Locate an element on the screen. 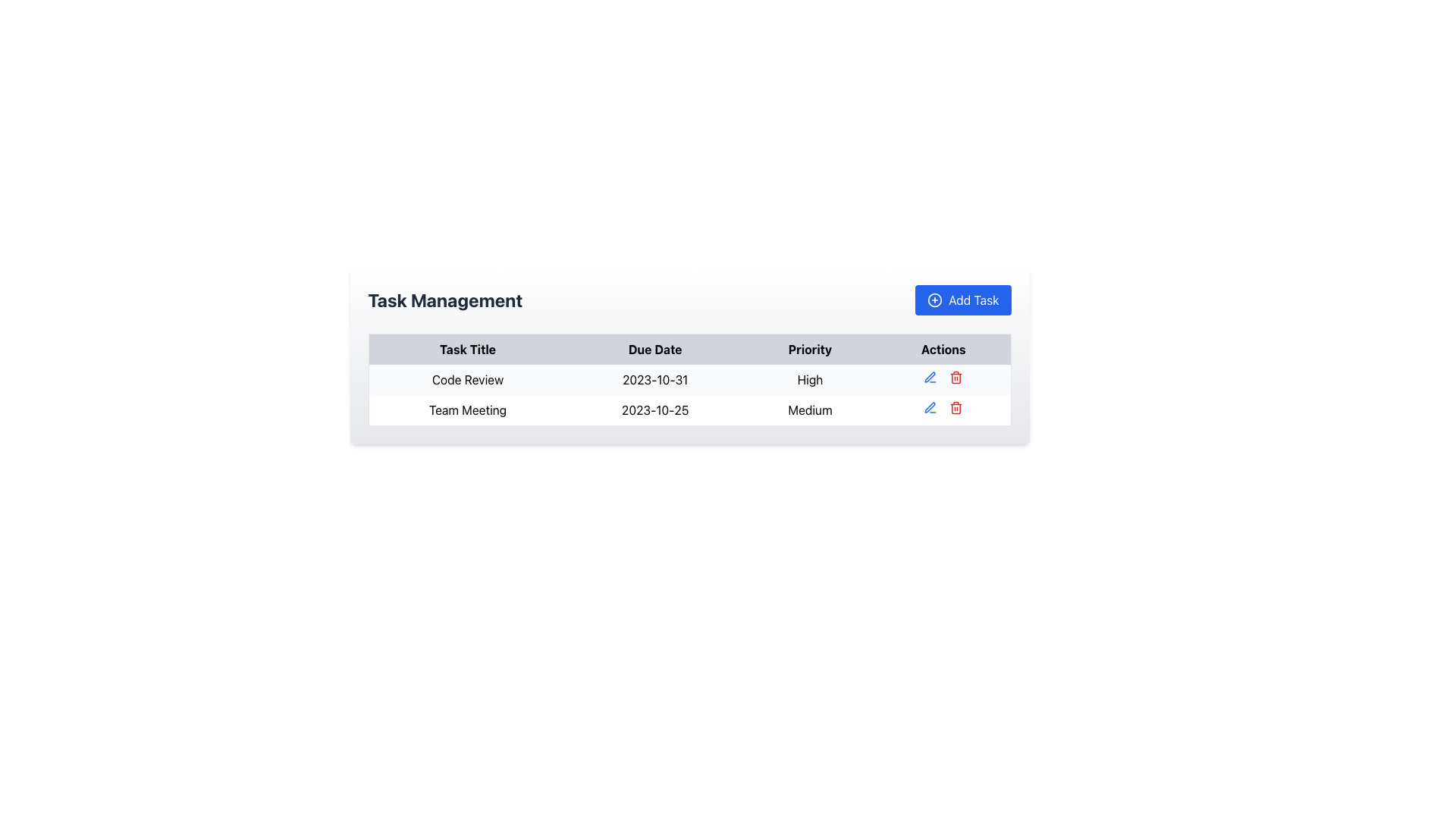  the trash bin icon's main body section, which is a vertical rectangular shape with rounded corners and hollow interior, styled in a minimalistic outline format is located at coordinates (955, 378).